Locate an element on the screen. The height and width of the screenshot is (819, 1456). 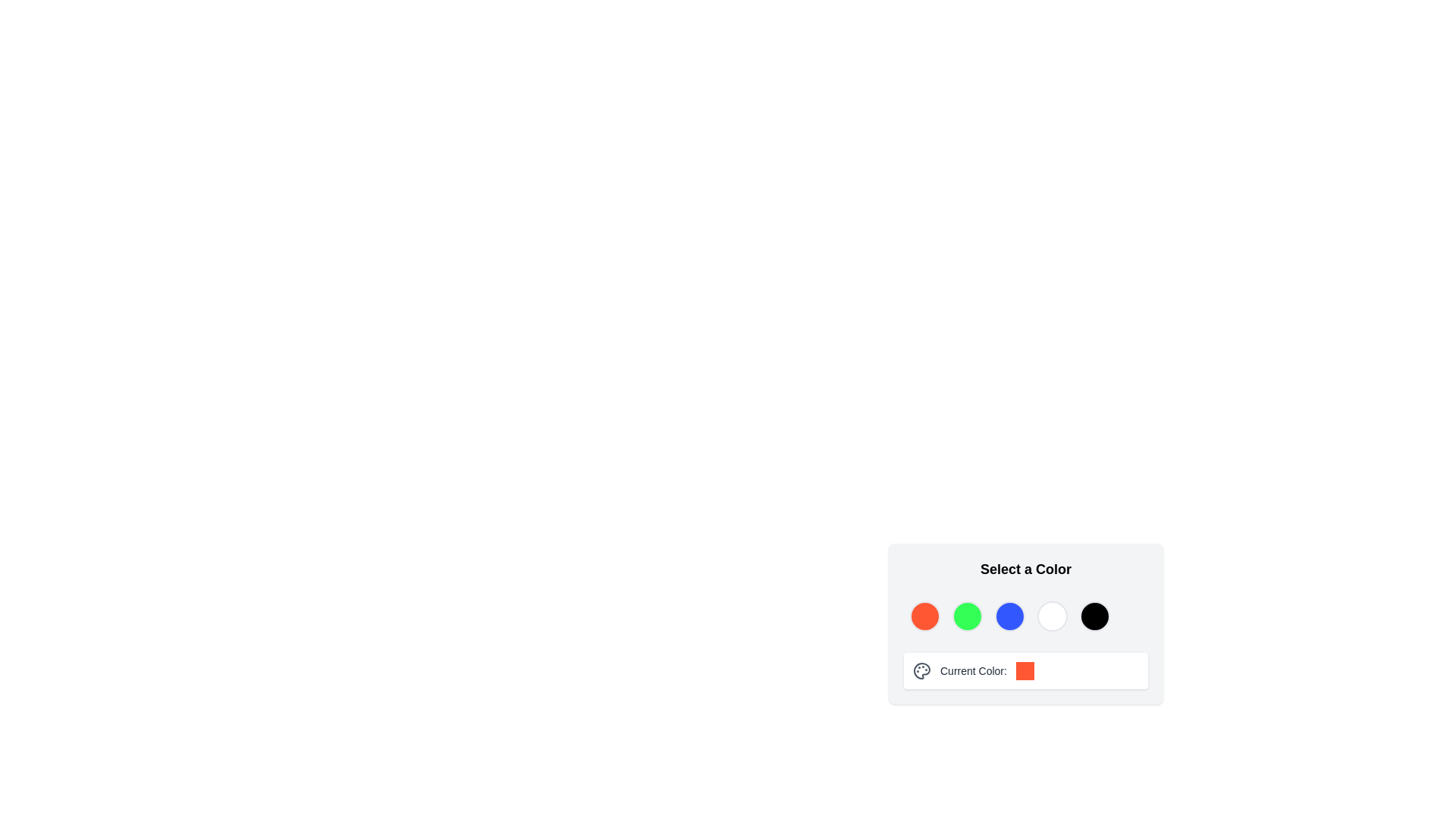
the first circular button in the color selection palette is located at coordinates (924, 617).